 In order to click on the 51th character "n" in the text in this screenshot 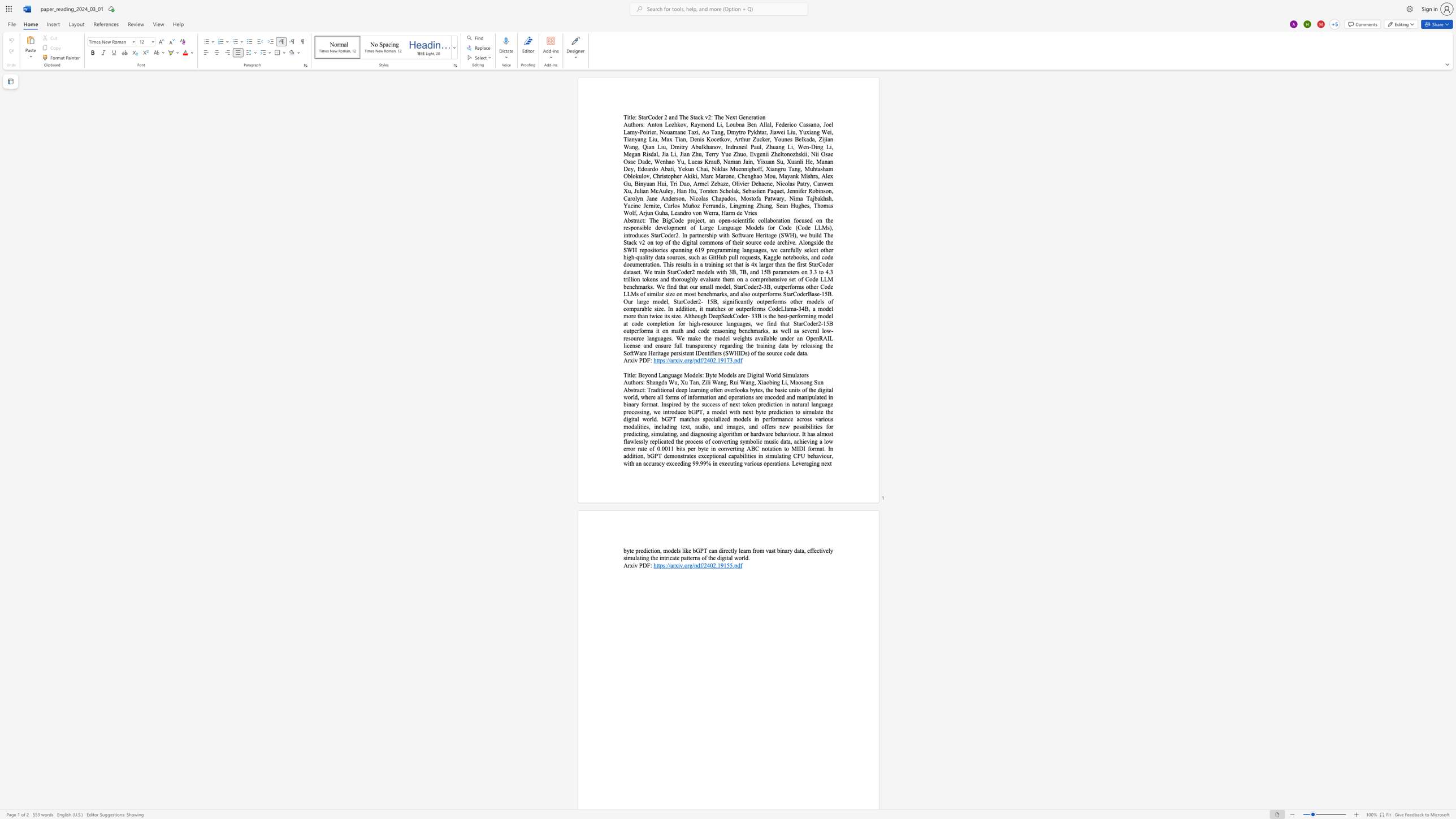, I will do `click(763, 190)`.